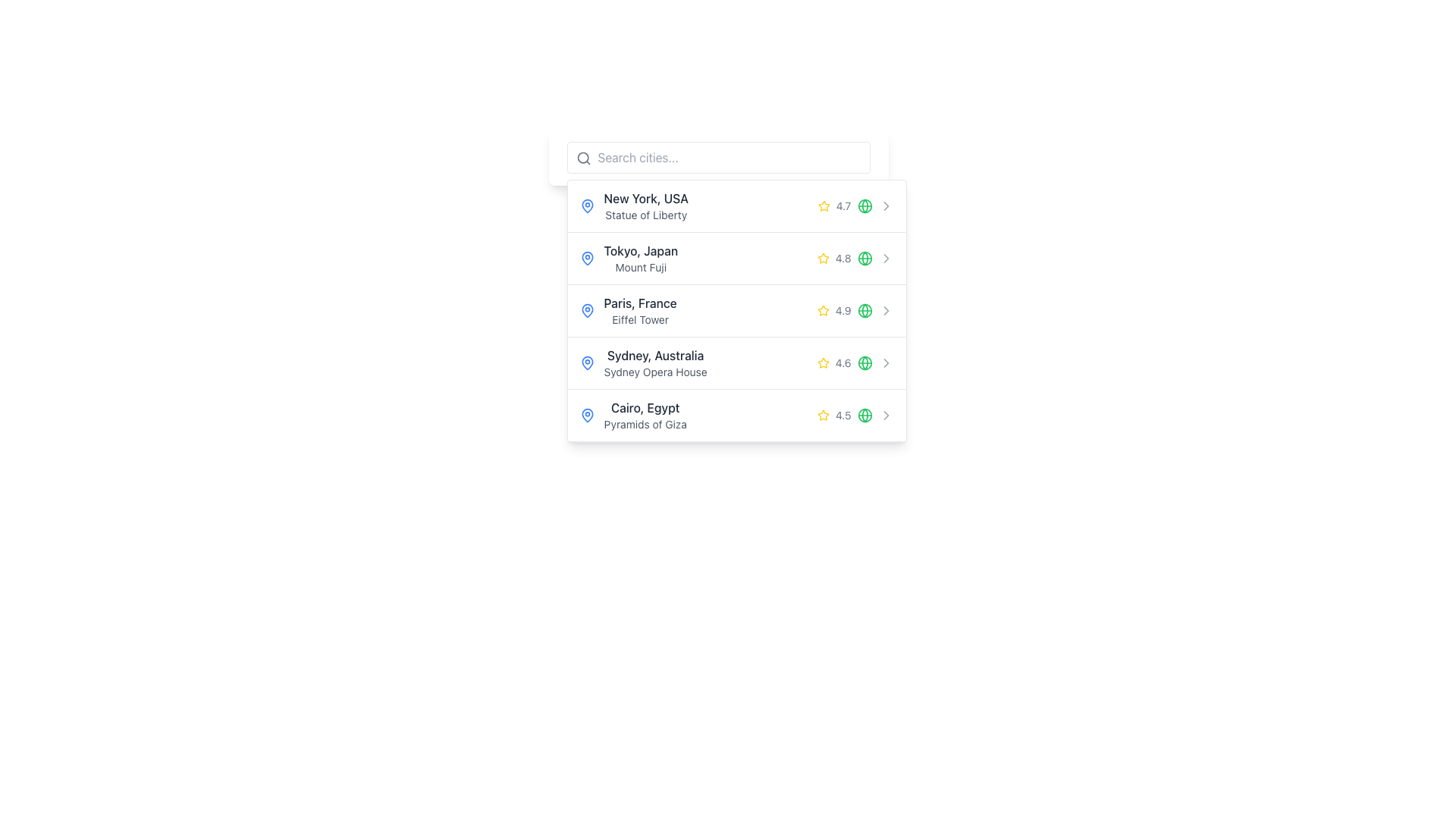  Describe the element at coordinates (864, 309) in the screenshot. I see `the globe icon located to the far right of the row representing 'Paris, France'` at that location.